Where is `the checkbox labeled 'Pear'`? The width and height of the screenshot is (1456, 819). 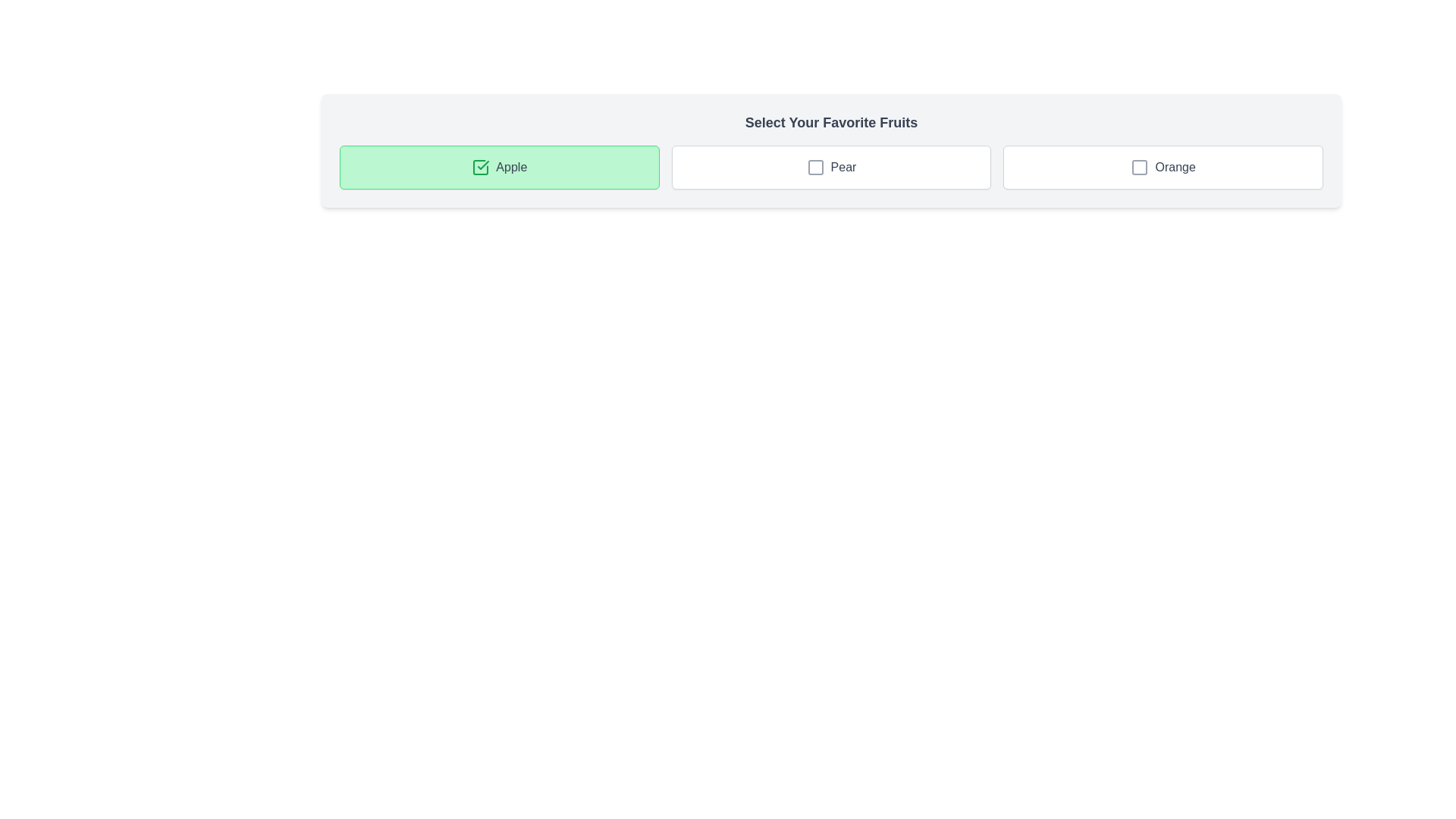 the checkbox labeled 'Pear' is located at coordinates (830, 167).